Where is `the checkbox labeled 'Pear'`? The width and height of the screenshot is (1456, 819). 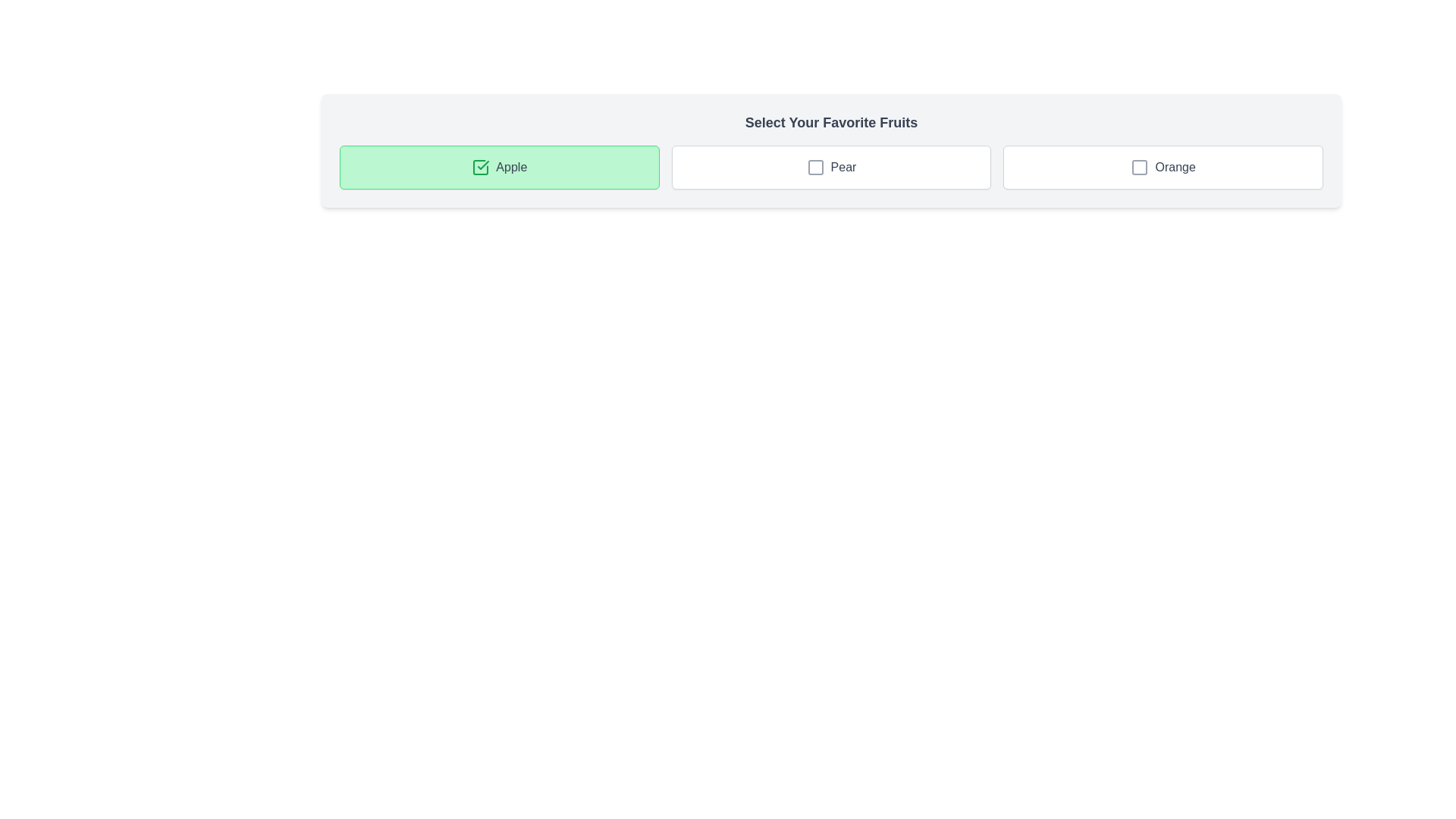 the checkbox labeled 'Pear' is located at coordinates (830, 167).